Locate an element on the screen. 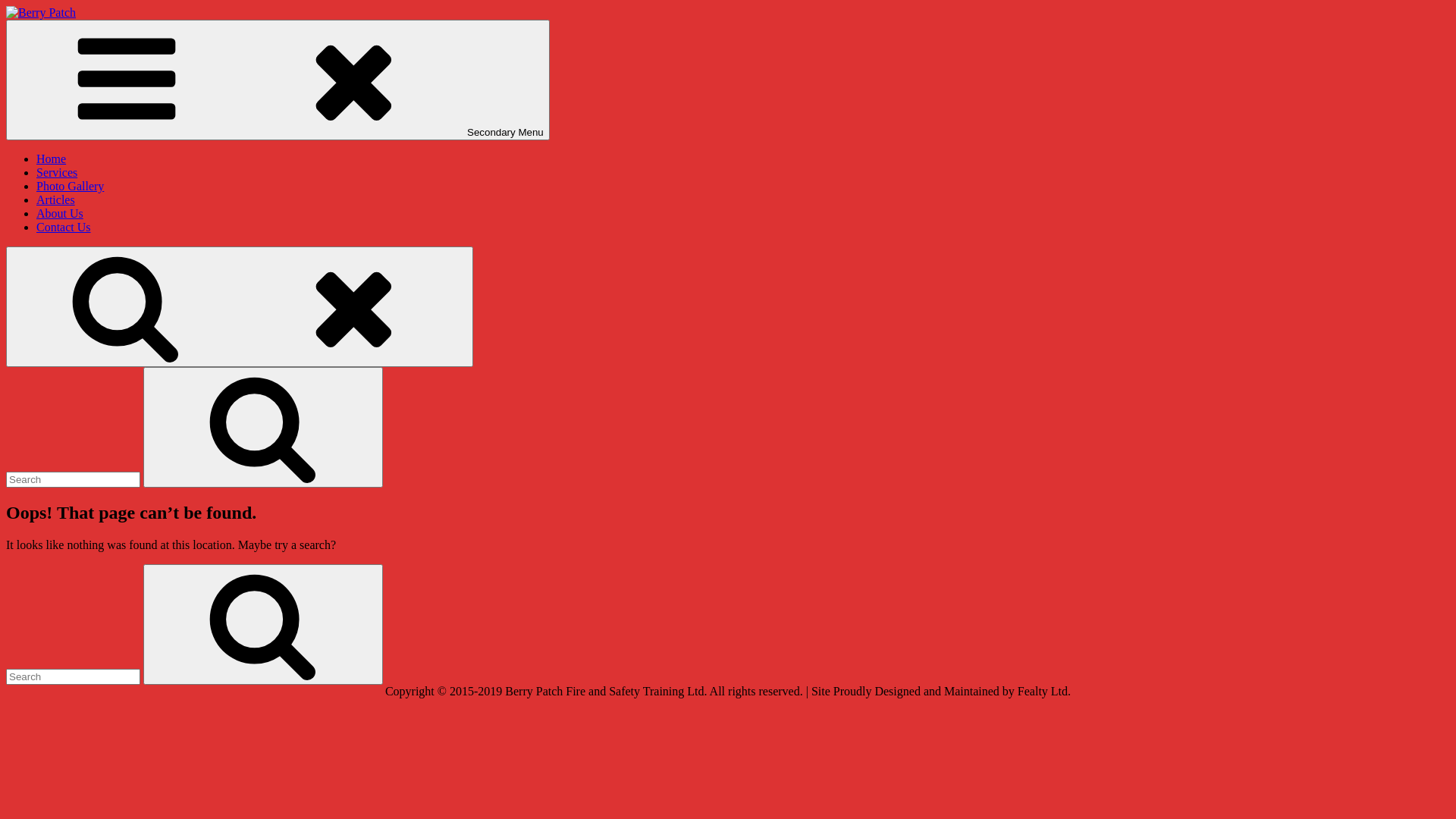  'Search' is located at coordinates (262, 624).